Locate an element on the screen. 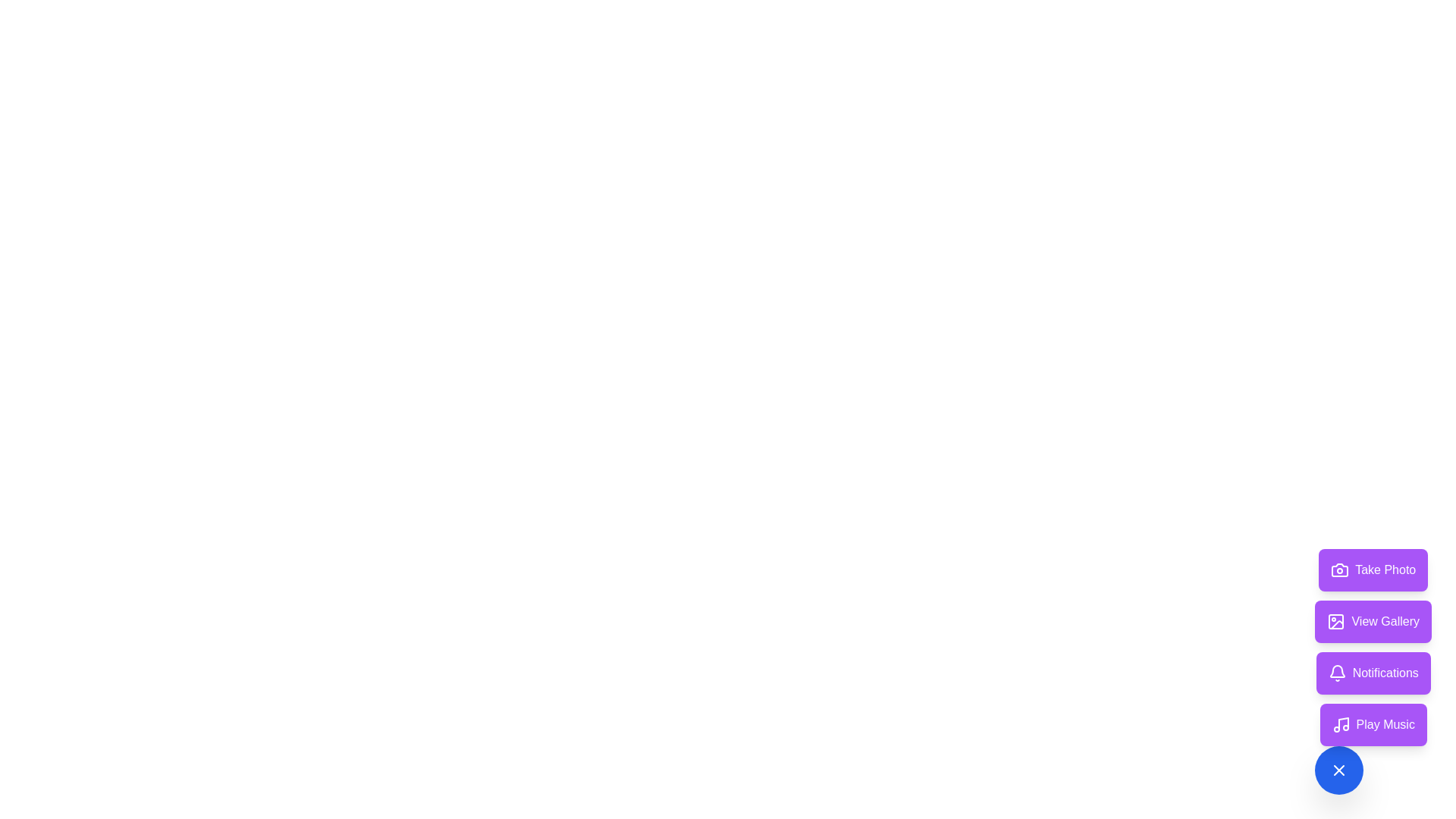 This screenshot has width=1456, height=819. the Notifications button by clicking on the center of the button, which contains the Bell SVG icon is located at coordinates (1337, 672).